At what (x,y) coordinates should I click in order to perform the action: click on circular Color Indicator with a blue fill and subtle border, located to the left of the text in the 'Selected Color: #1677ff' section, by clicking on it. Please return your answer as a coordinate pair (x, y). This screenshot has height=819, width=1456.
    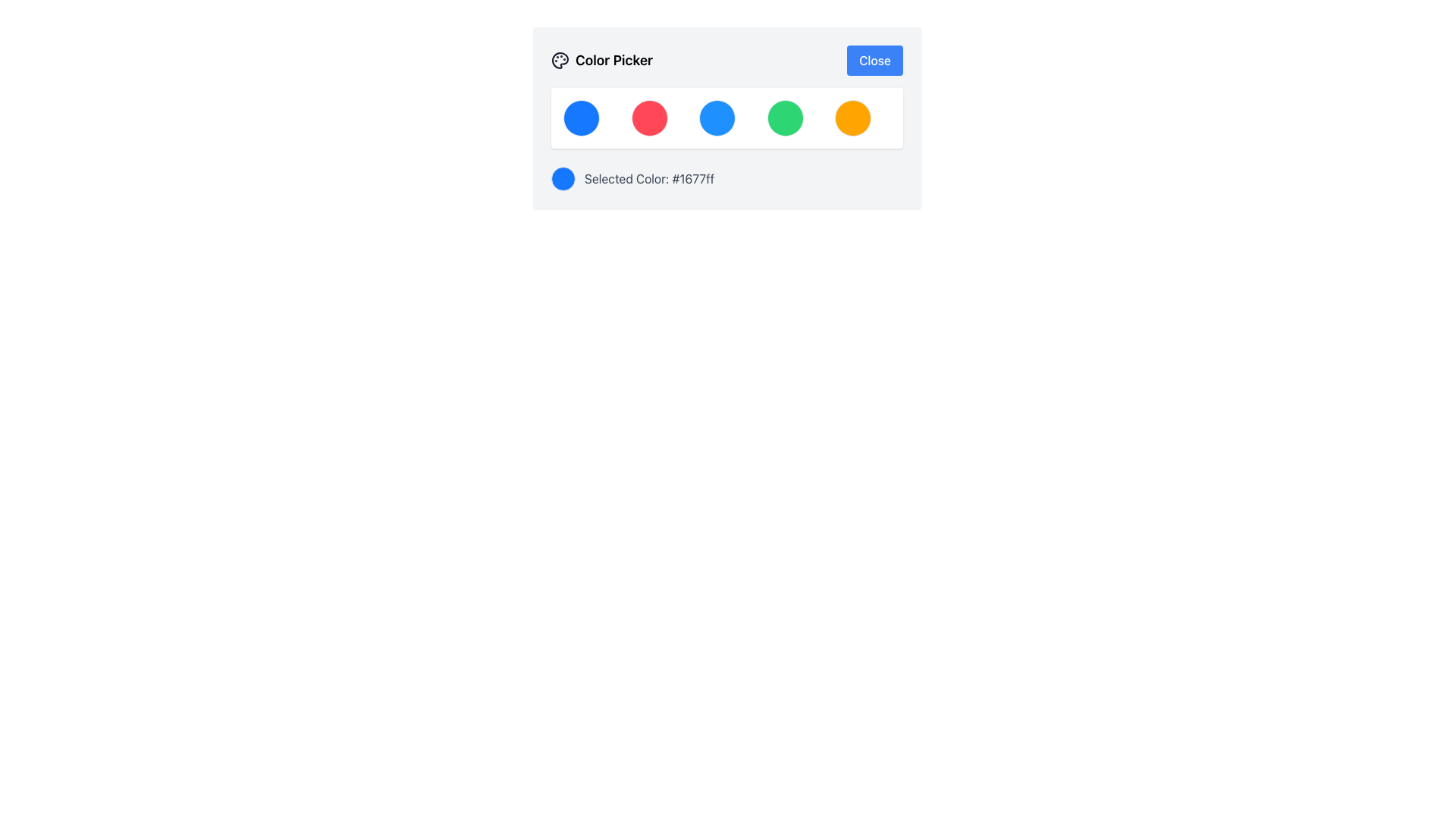
    Looking at the image, I should click on (563, 177).